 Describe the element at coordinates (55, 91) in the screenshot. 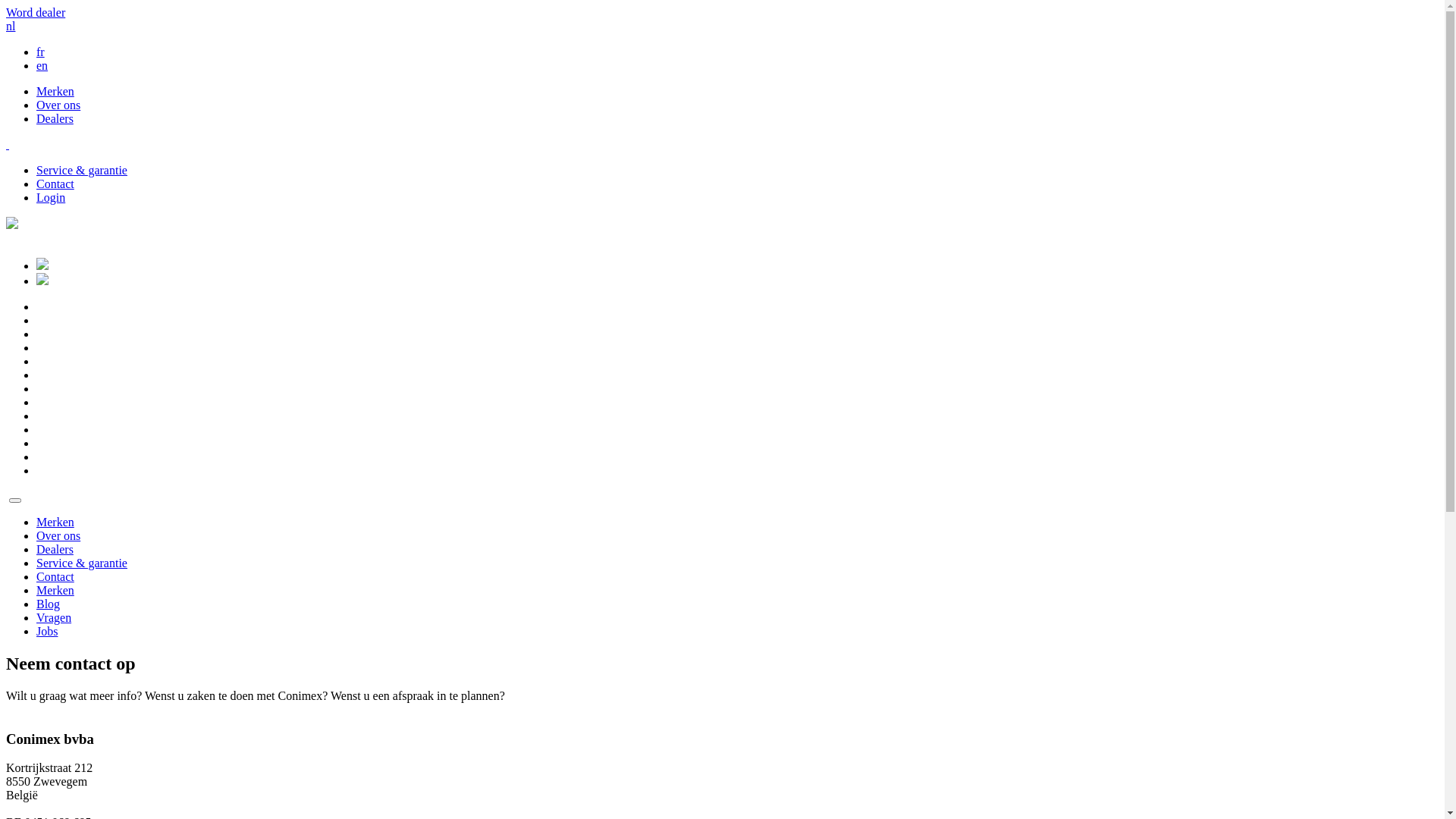

I see `'Merken'` at that location.